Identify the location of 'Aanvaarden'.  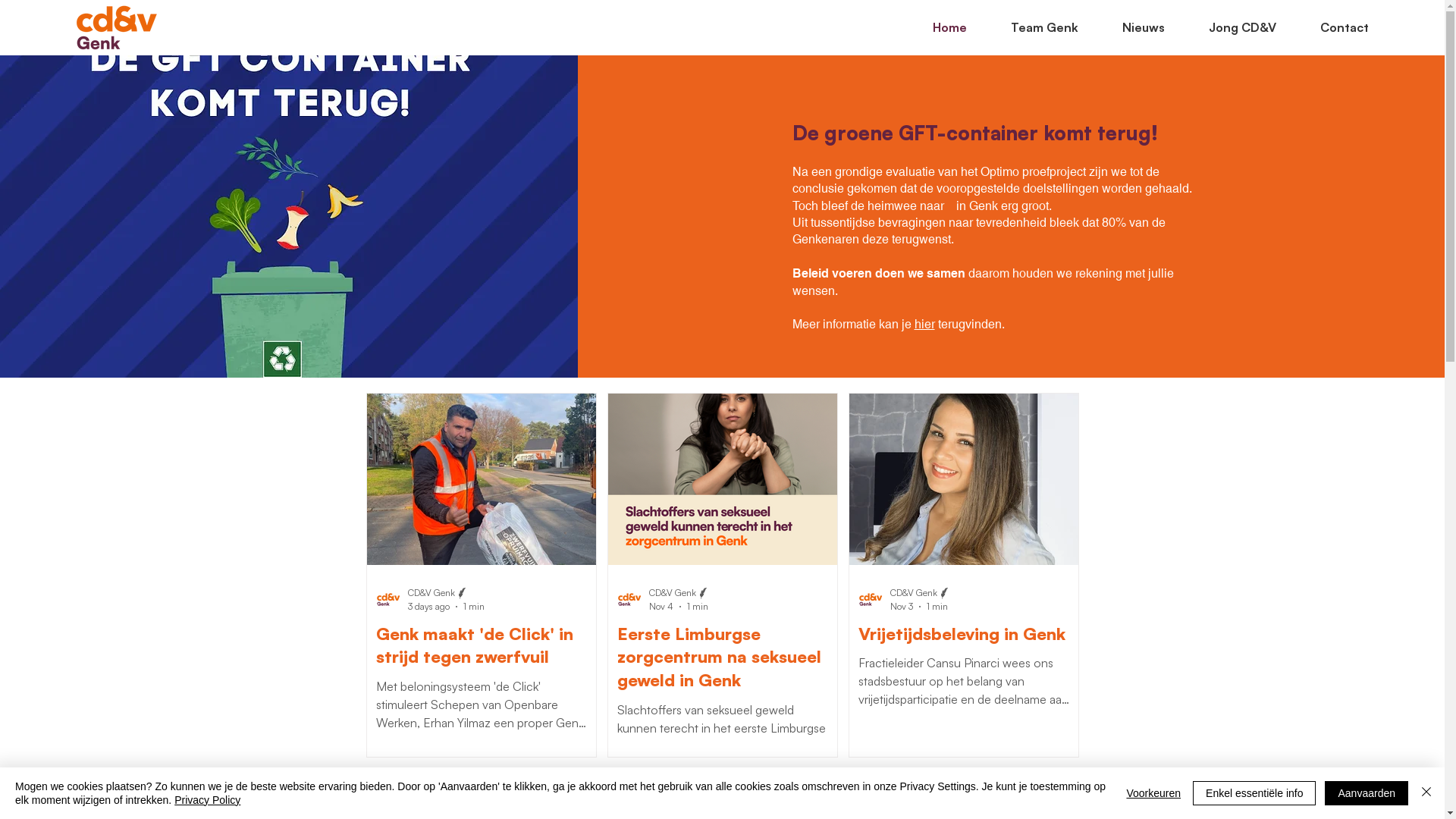
(1366, 792).